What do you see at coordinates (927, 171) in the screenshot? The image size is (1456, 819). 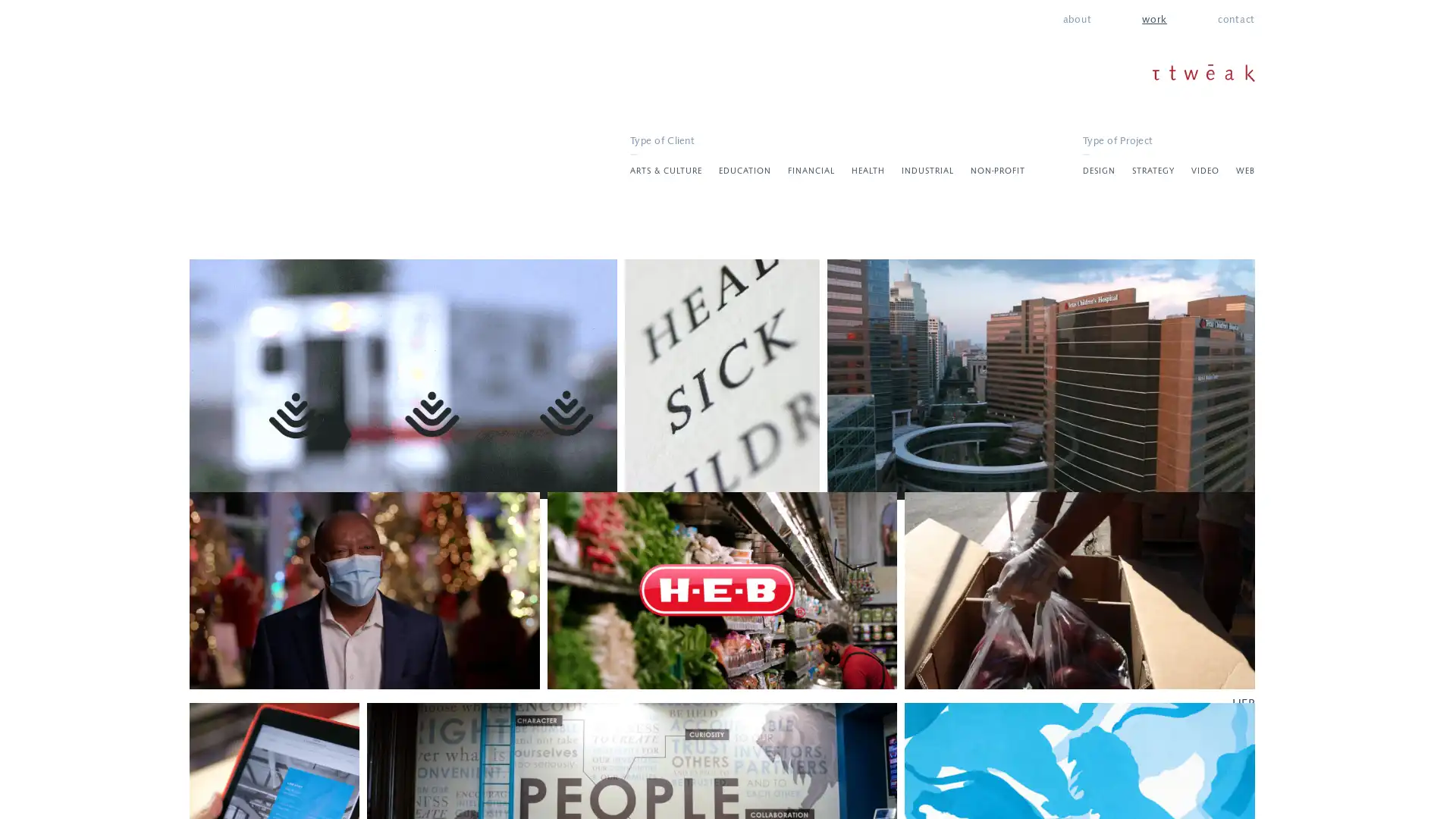 I see `INDUSTRIAL` at bounding box center [927, 171].